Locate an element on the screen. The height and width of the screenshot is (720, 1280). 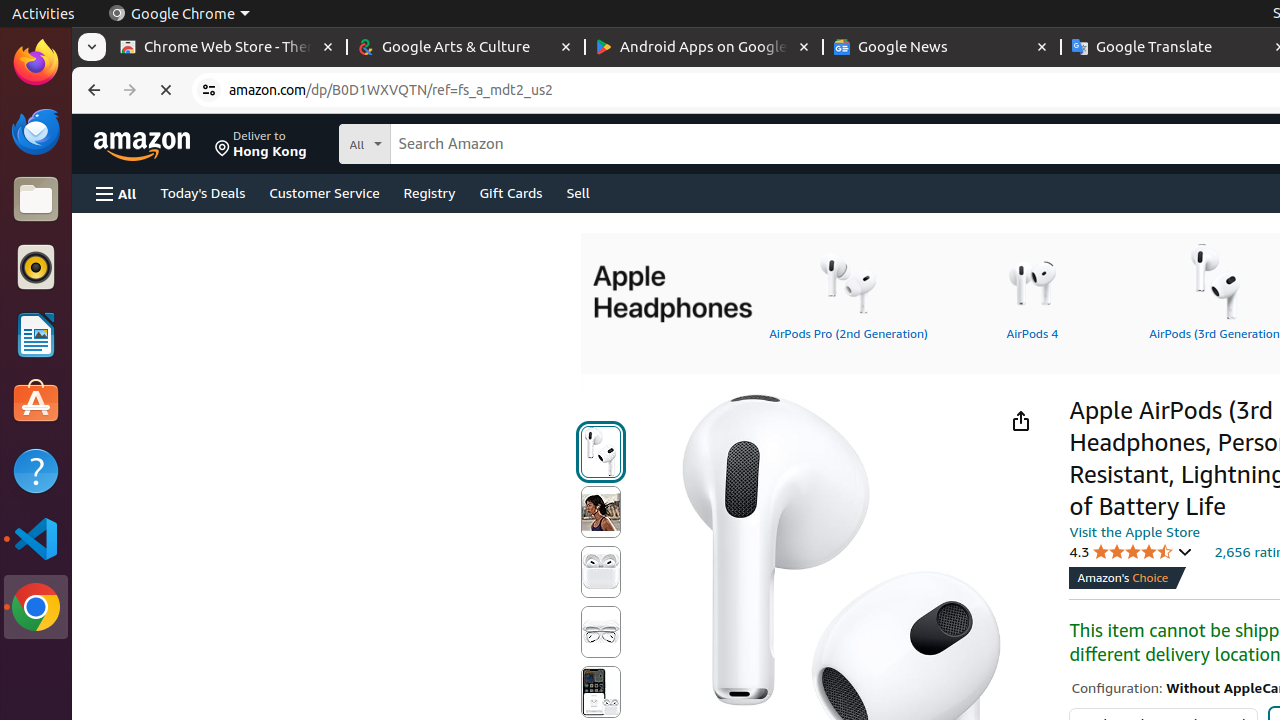
'LibreOffice Writer' is located at coordinates (35, 334).